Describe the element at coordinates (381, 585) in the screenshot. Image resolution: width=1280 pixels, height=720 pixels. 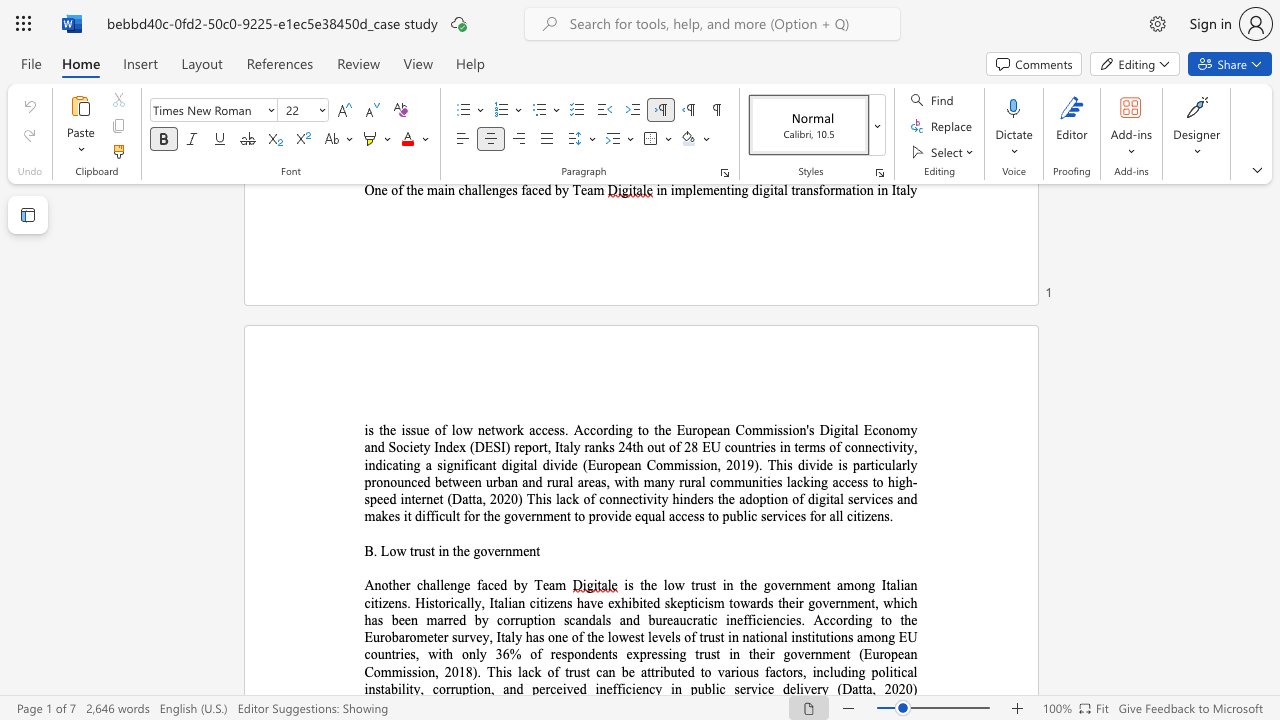
I see `the subset text "other ch" within the text "Another challenge faced by Team"` at that location.